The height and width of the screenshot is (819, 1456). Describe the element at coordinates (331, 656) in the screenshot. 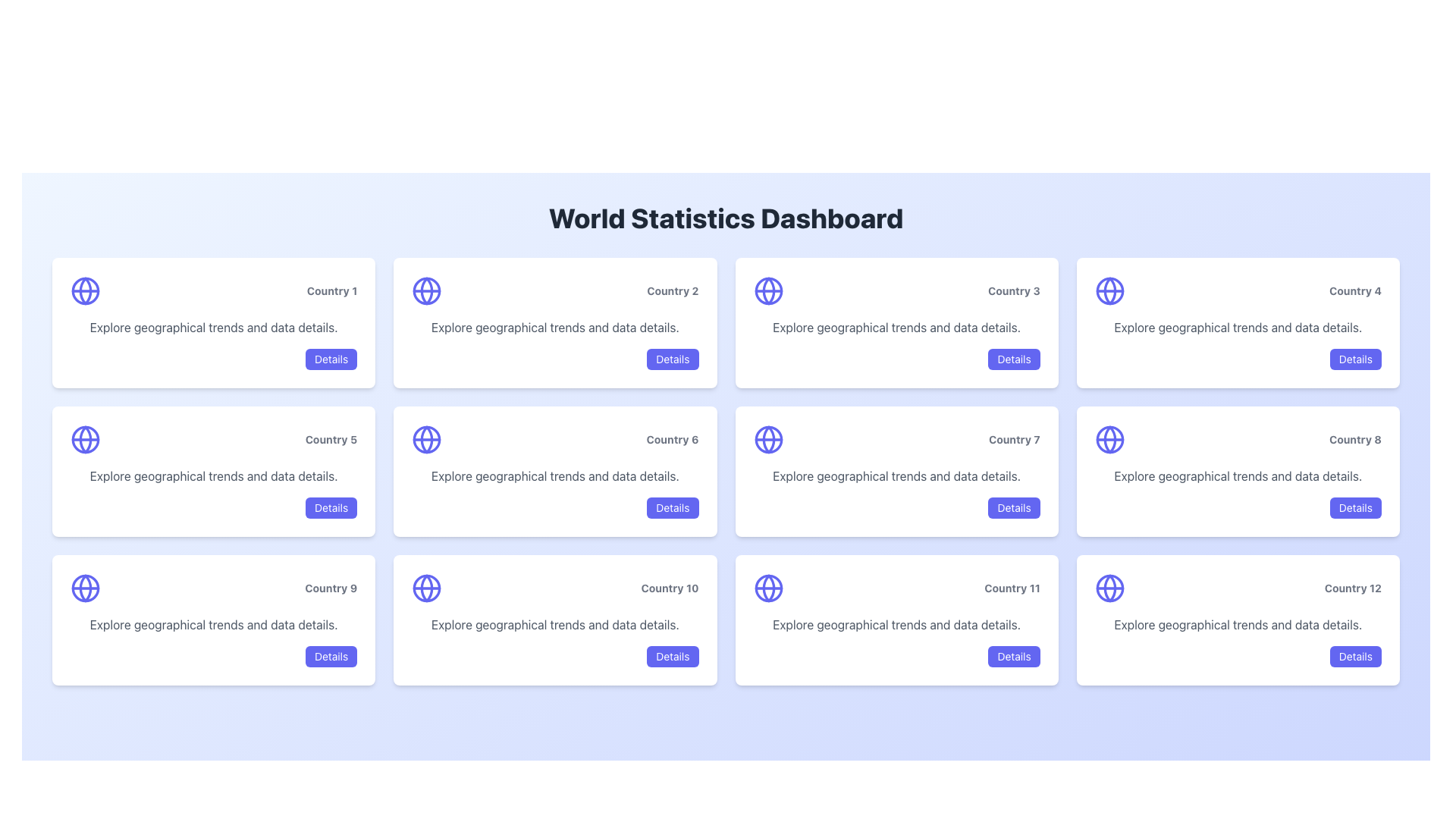

I see `the button located at the bottom-right corner of the card for 'Country 9'` at that location.